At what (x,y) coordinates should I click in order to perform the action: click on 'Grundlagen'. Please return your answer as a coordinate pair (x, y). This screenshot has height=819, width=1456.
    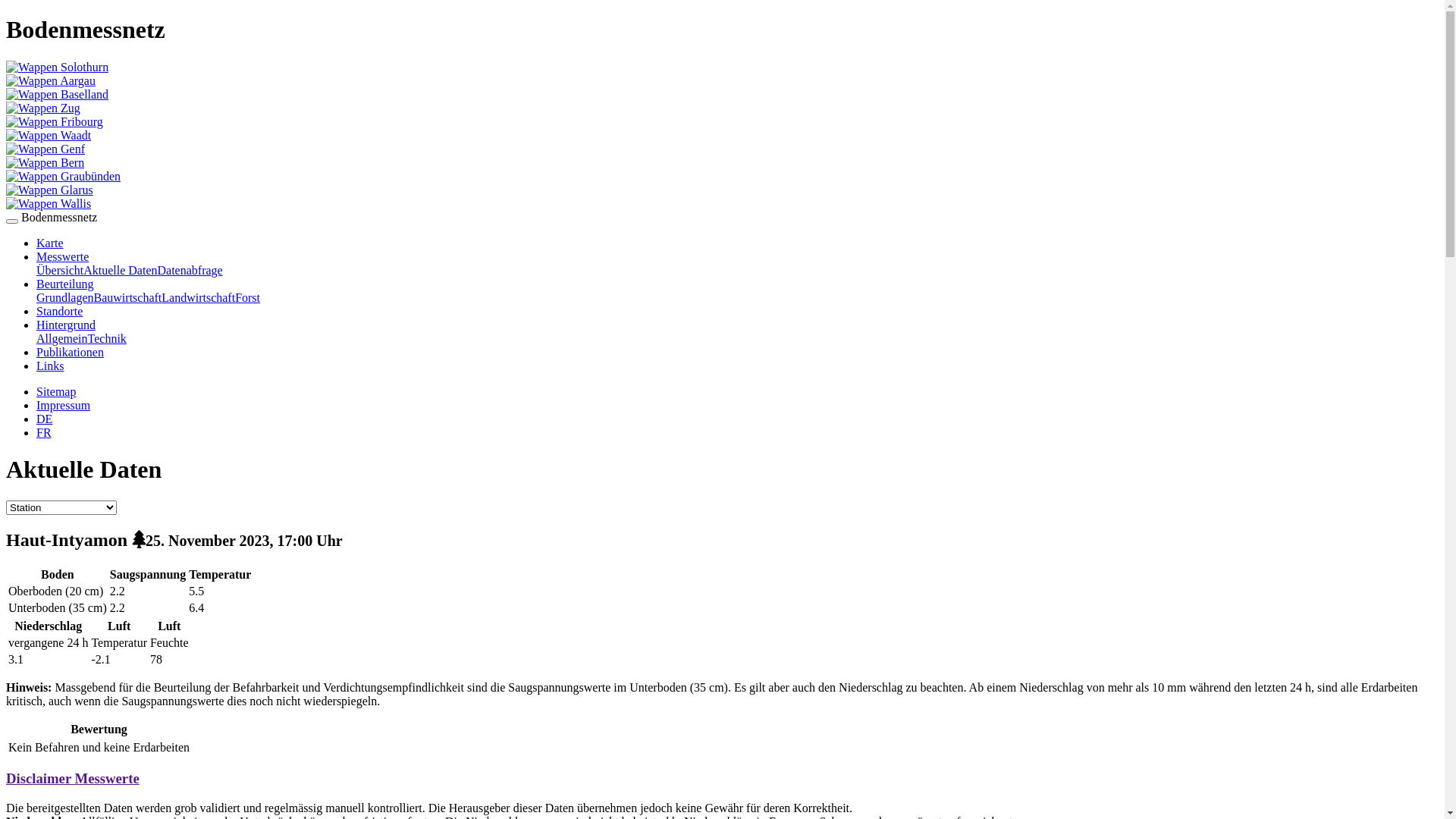
    Looking at the image, I should click on (64, 297).